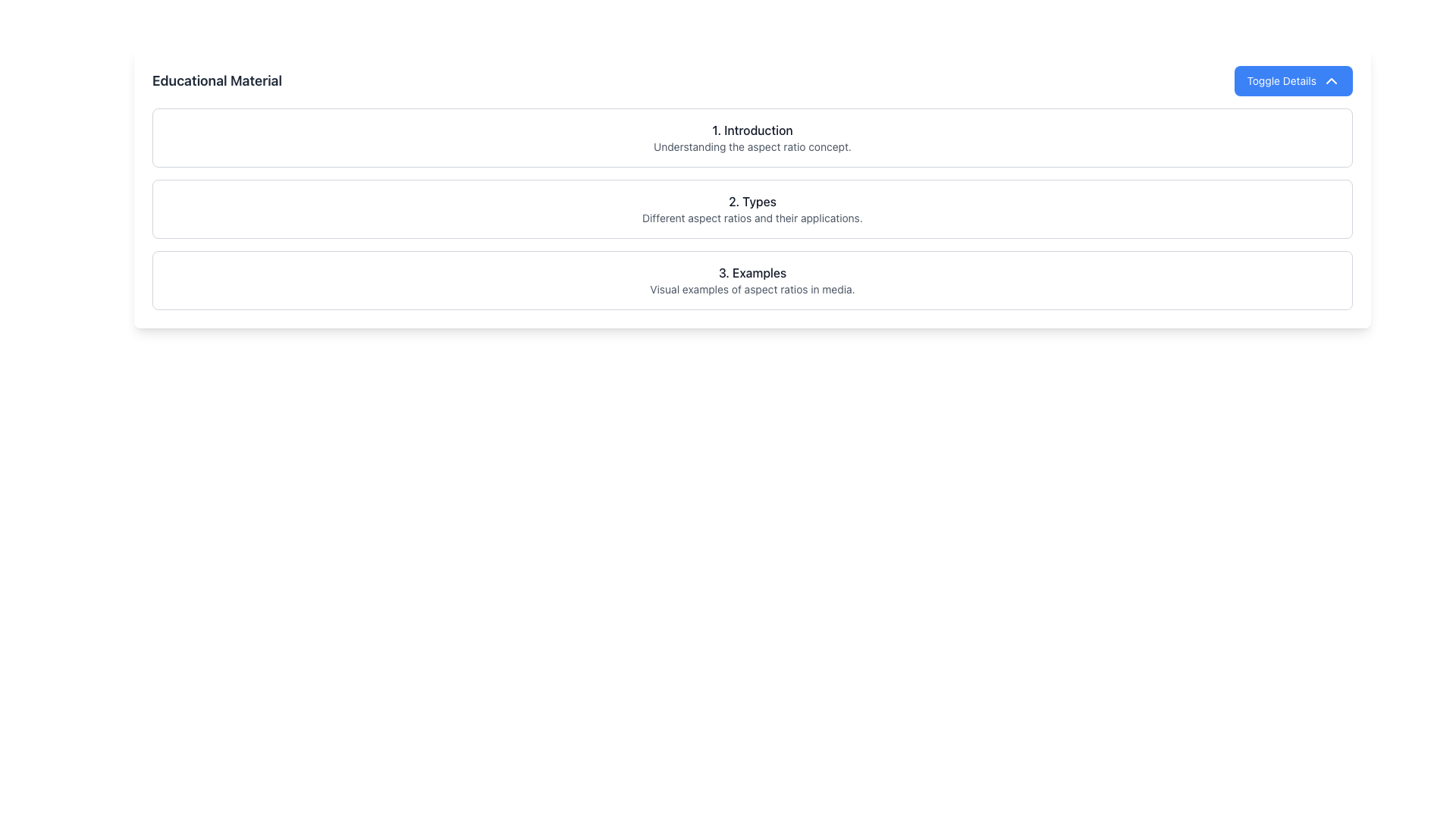  Describe the element at coordinates (752, 281) in the screenshot. I see `the third selectable list item that contains the text '3. Examples,' and 'Visual examples of aspect ratios in media.'` at that location.